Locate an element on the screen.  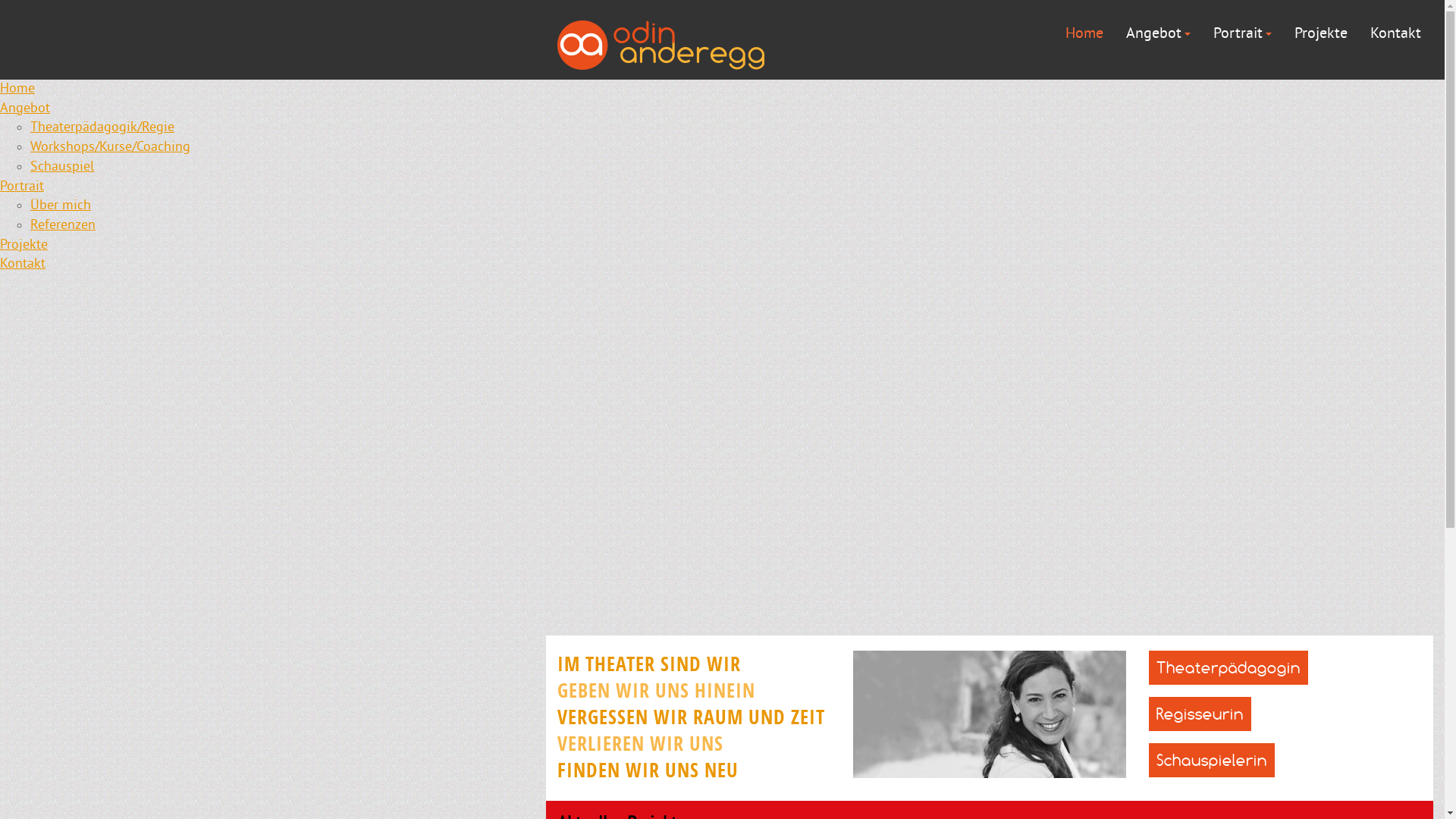
'Projekte' is located at coordinates (1294, 33).